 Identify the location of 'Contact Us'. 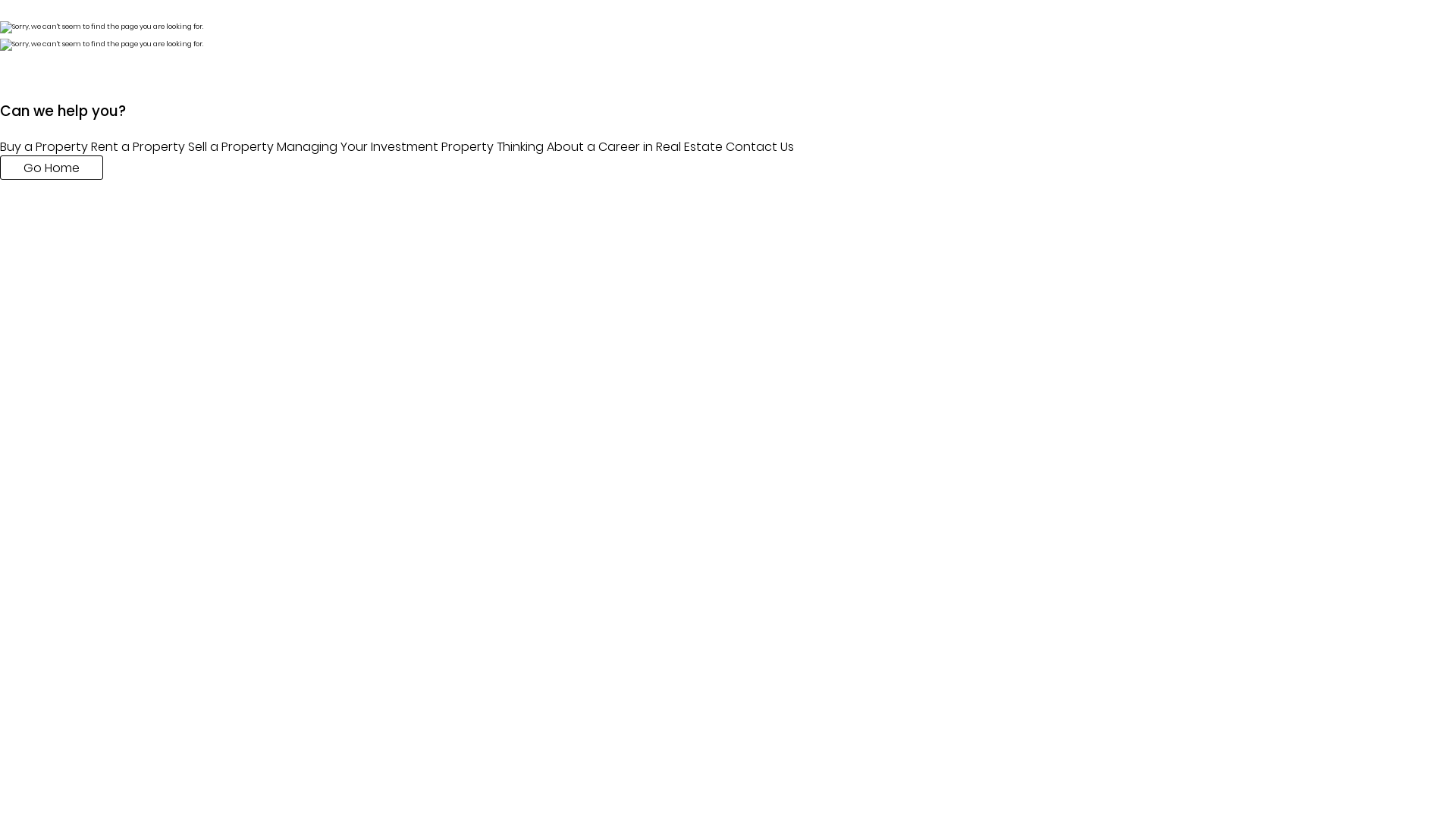
(760, 146).